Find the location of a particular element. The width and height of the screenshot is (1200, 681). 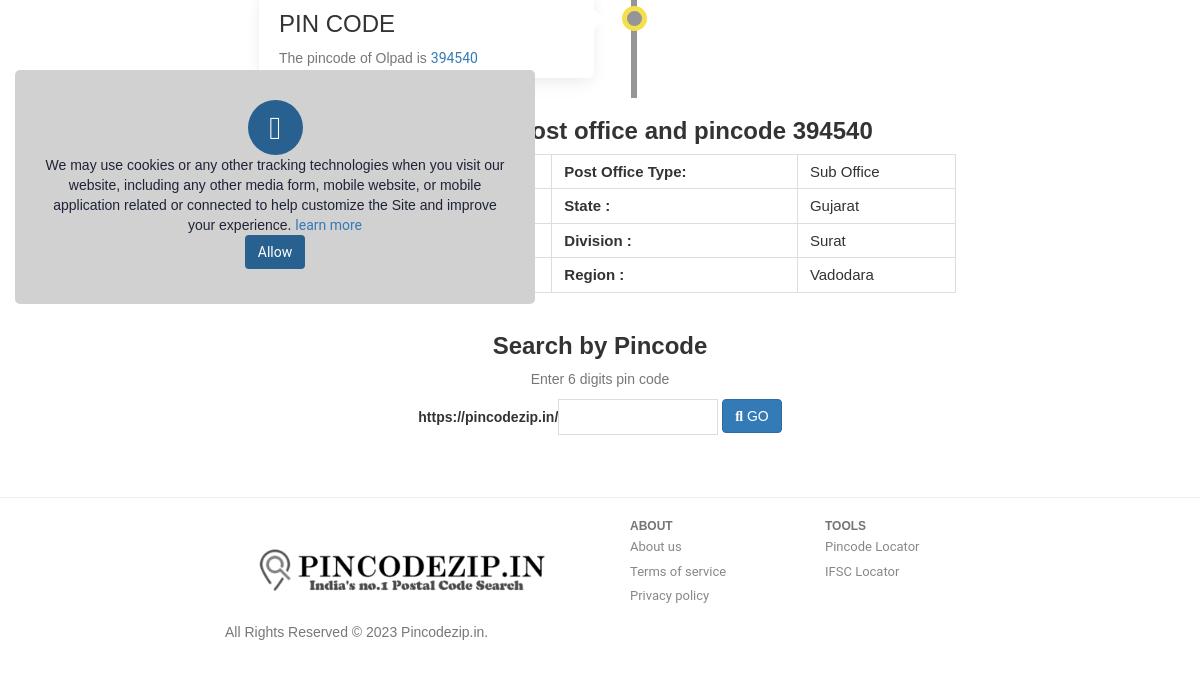

'Post Office:' is located at coordinates (298, 169).